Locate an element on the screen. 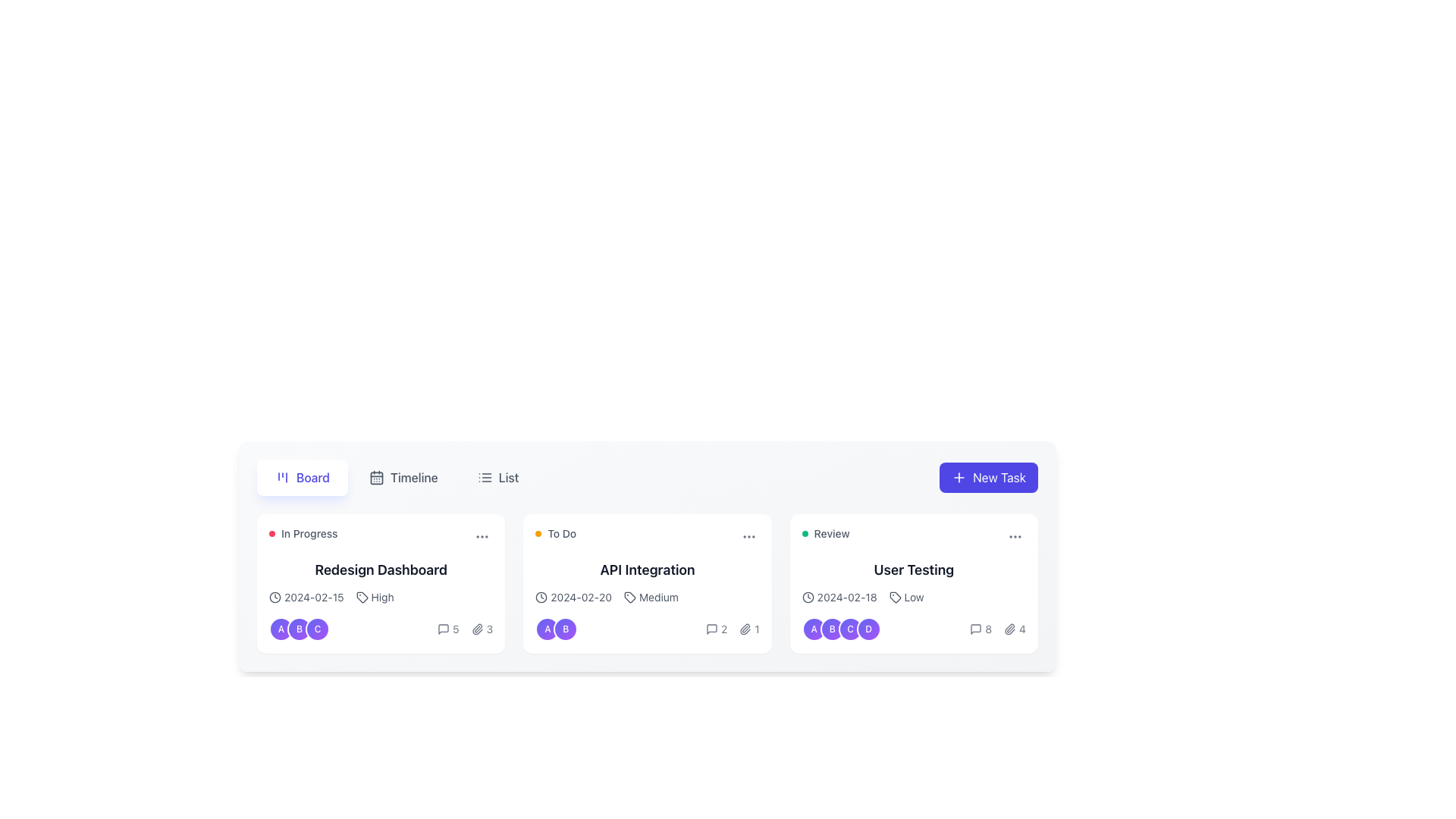 The height and width of the screenshot is (819, 1456). displayed data in the Composite information display located in the second column of the task board under the card titled 'API Integration', near the bottom of the card is located at coordinates (648, 629).